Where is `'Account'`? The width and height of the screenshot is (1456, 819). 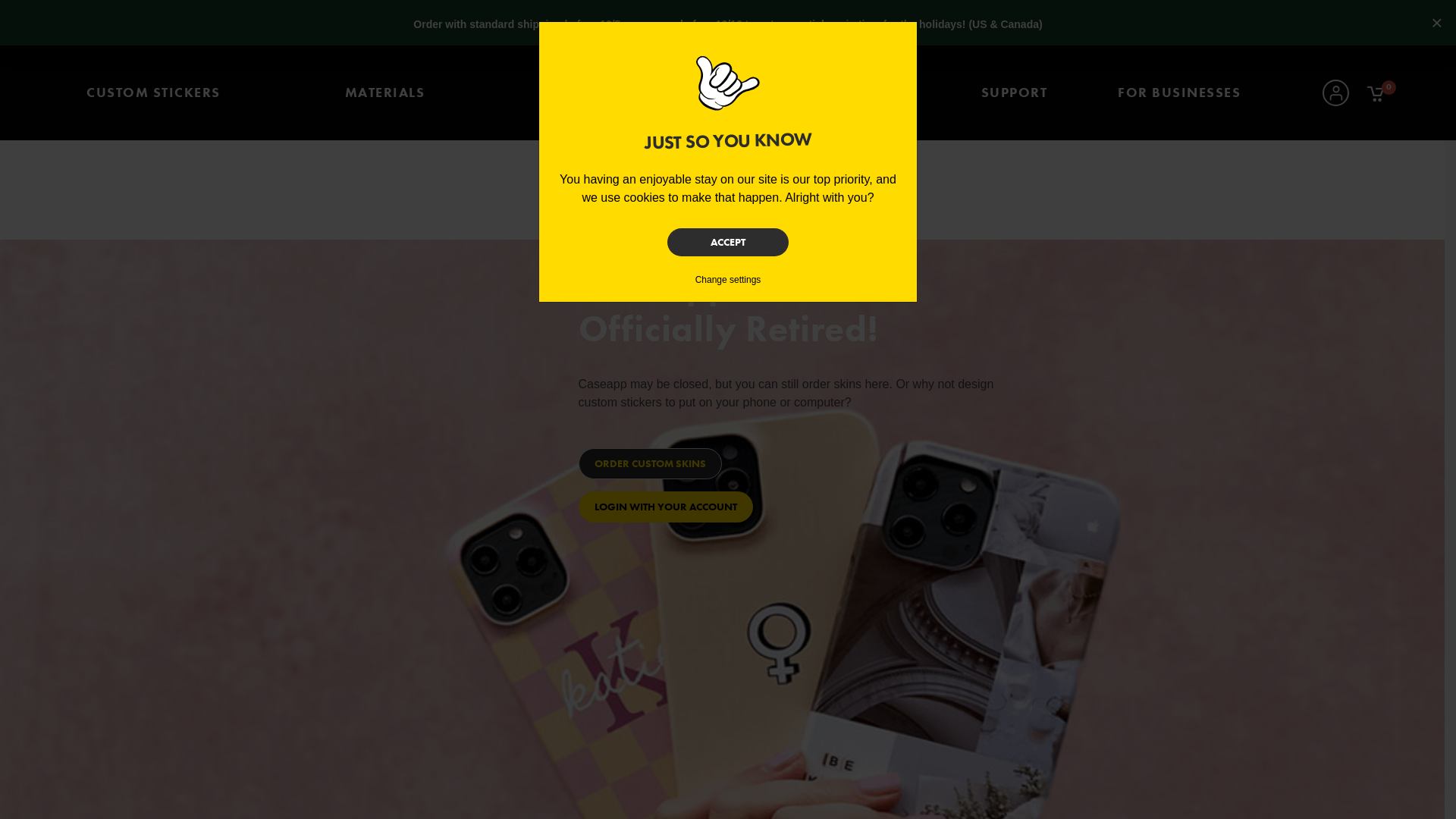
'Account' is located at coordinates (1336, 93).